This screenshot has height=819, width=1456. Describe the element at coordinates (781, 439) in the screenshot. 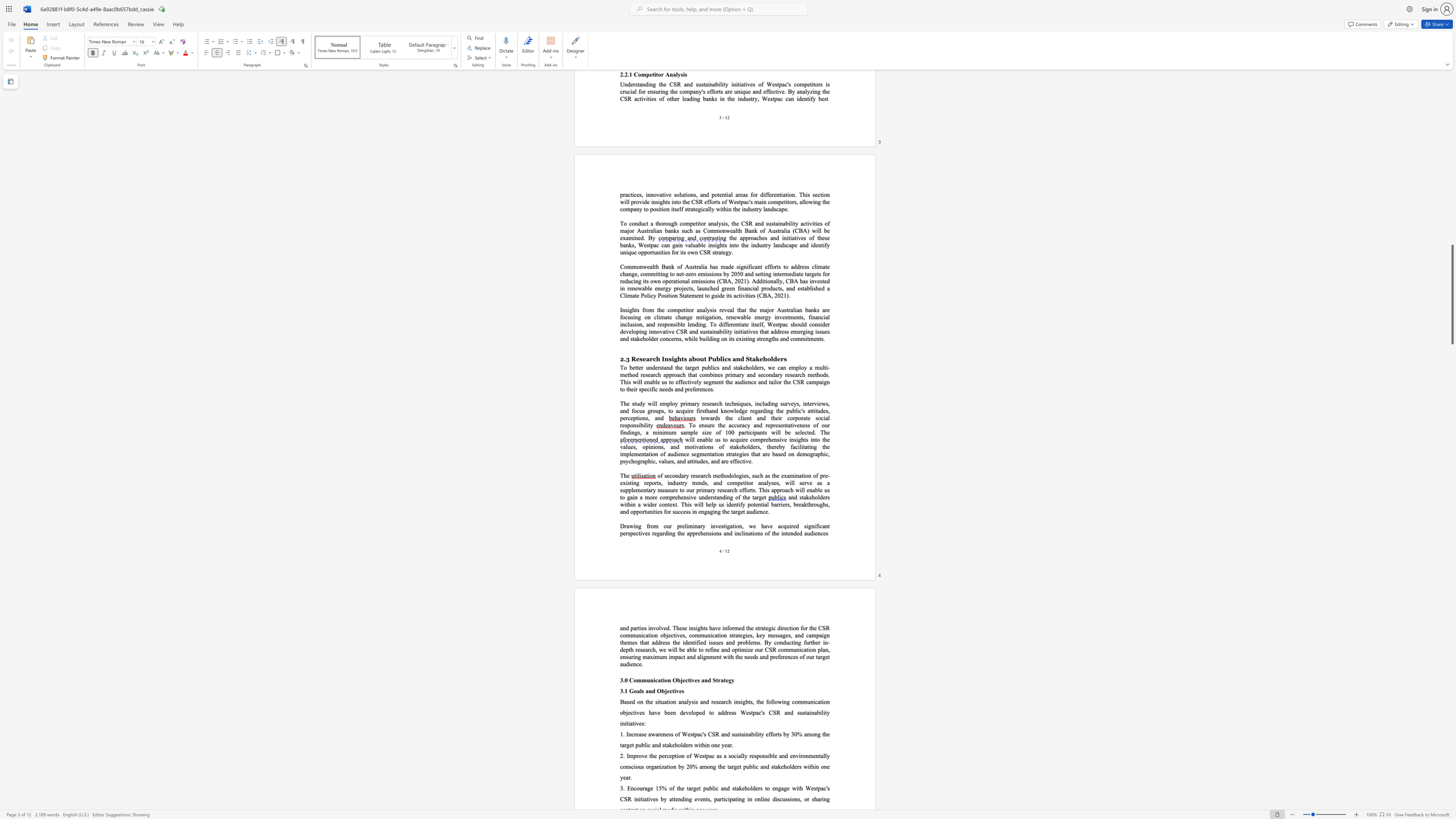

I see `the subset text "ve insight" within the text "comprehensive insights into the values, opinions, and motivations of stakeholders, thereby"` at that location.